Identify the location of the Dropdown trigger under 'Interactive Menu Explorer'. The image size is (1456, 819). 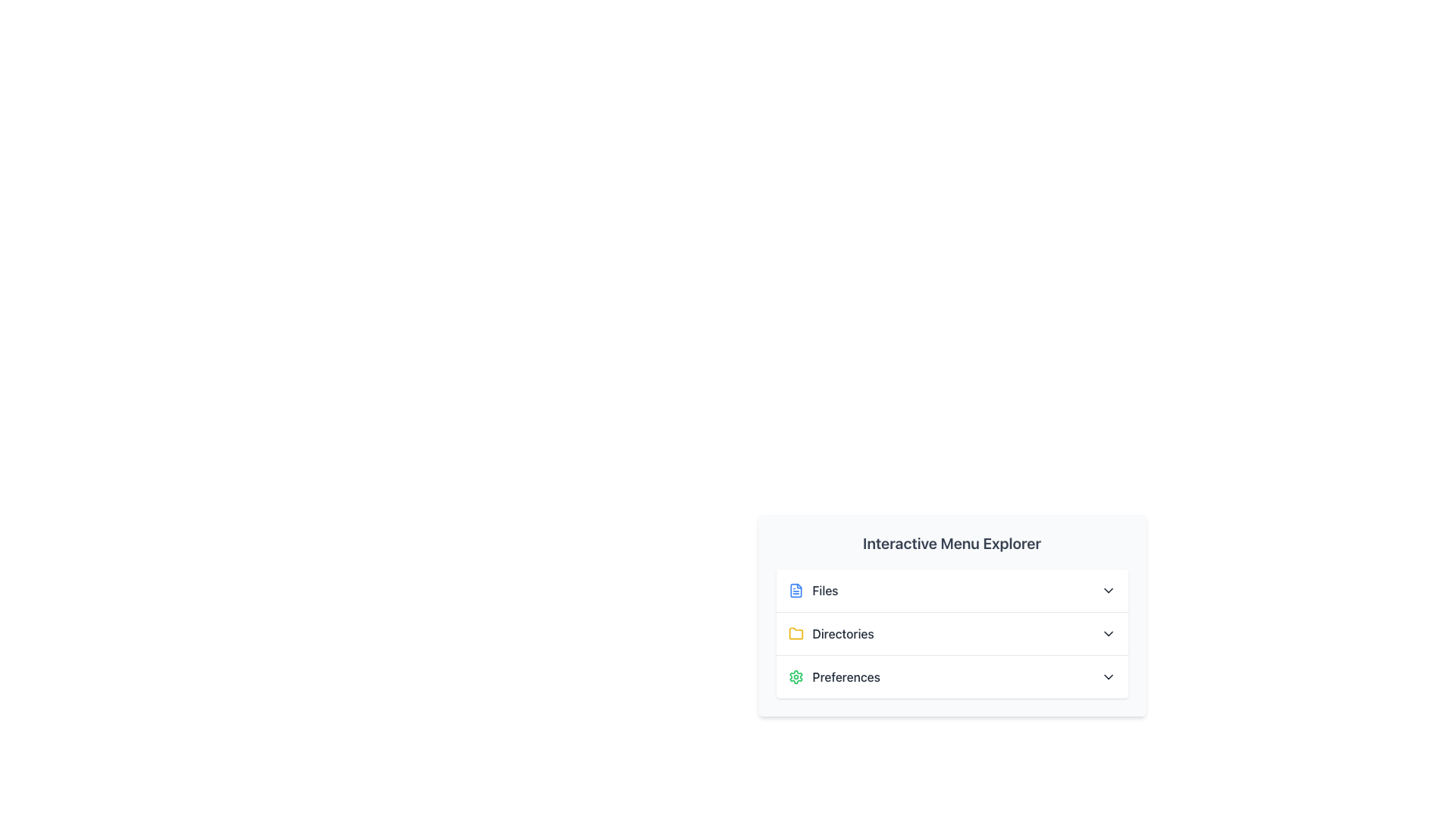
(951, 676).